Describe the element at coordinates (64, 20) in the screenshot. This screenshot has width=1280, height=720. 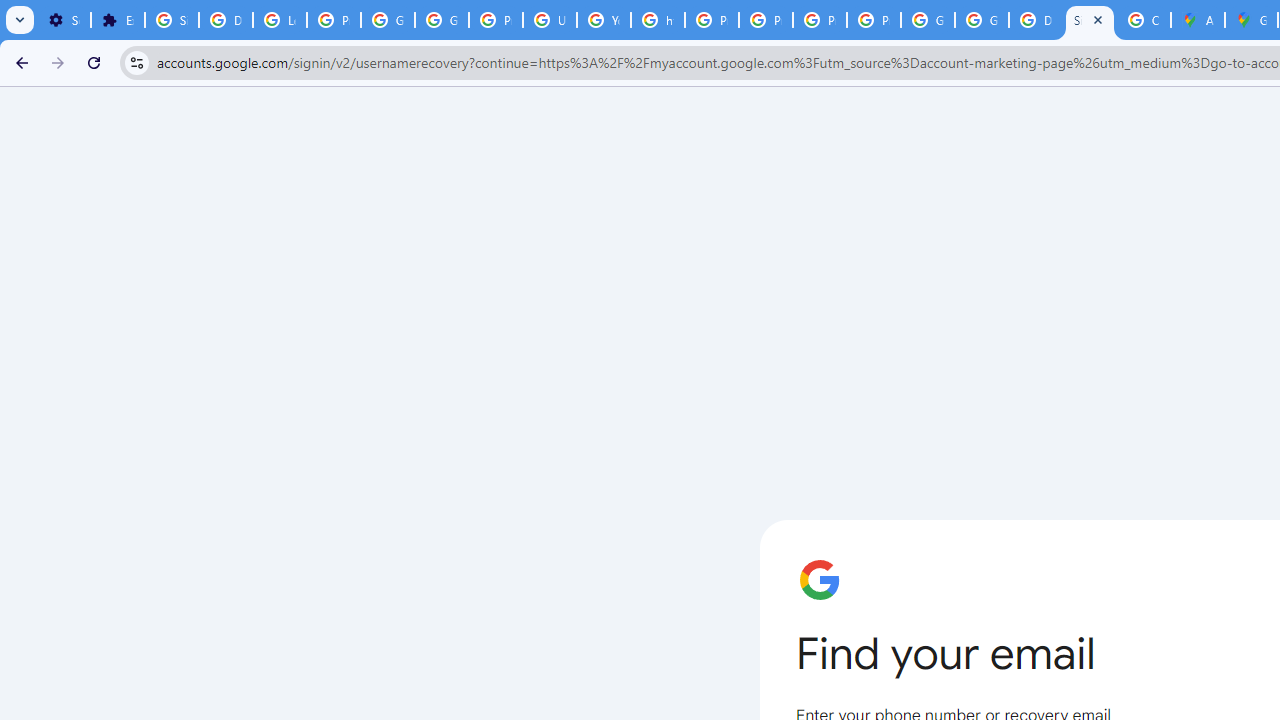
I see `'Settings - On startup'` at that location.